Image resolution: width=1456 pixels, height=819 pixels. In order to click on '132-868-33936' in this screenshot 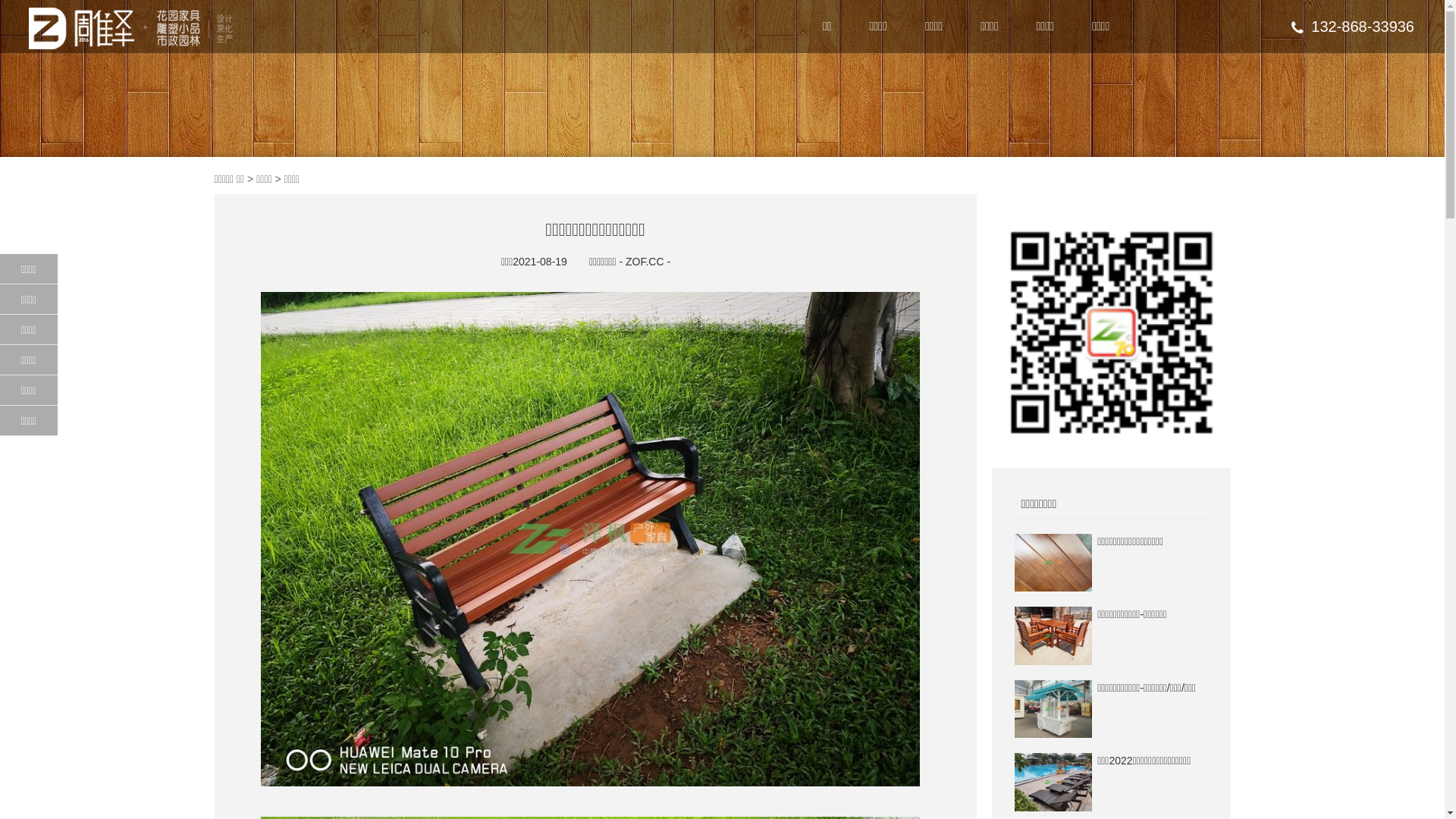, I will do `click(1353, 26)`.